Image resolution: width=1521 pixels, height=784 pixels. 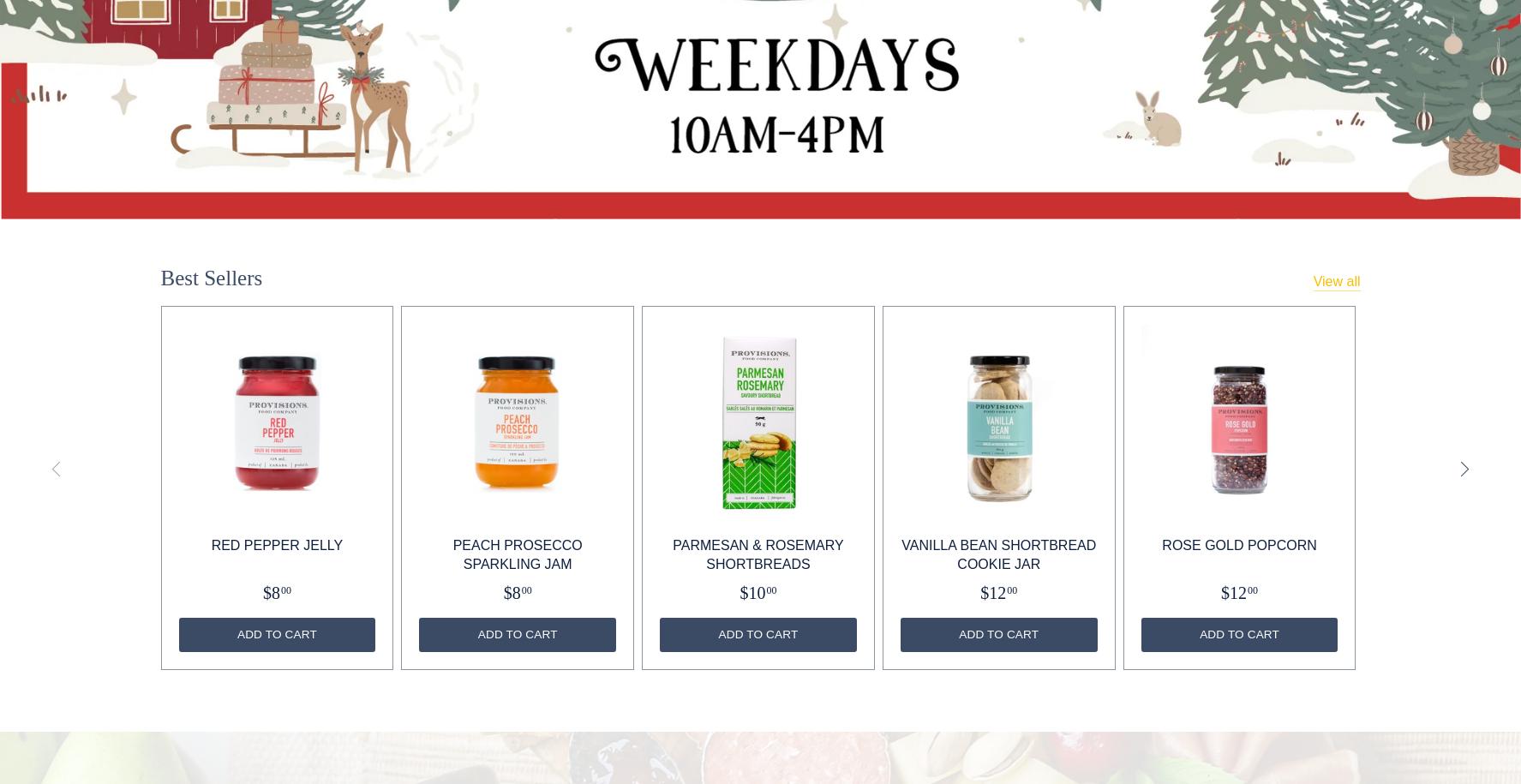 What do you see at coordinates (997, 554) in the screenshot?
I see `'VANILLA BEAN SHORTBREAD COOKIE JAR'` at bounding box center [997, 554].